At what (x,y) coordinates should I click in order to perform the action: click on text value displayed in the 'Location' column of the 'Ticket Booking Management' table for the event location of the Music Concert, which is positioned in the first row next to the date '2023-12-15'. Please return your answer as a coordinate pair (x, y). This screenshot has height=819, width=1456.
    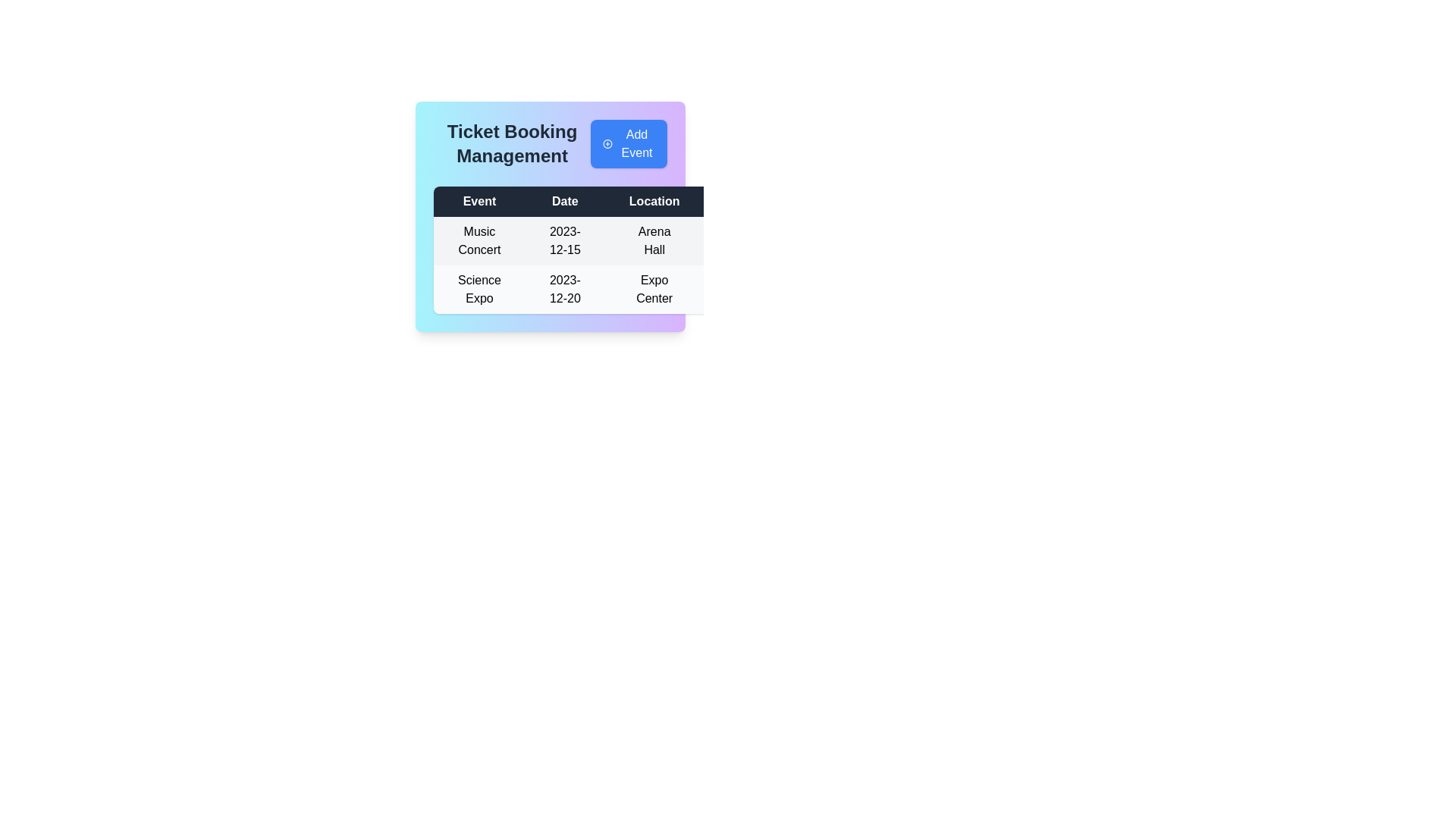
    Looking at the image, I should click on (654, 240).